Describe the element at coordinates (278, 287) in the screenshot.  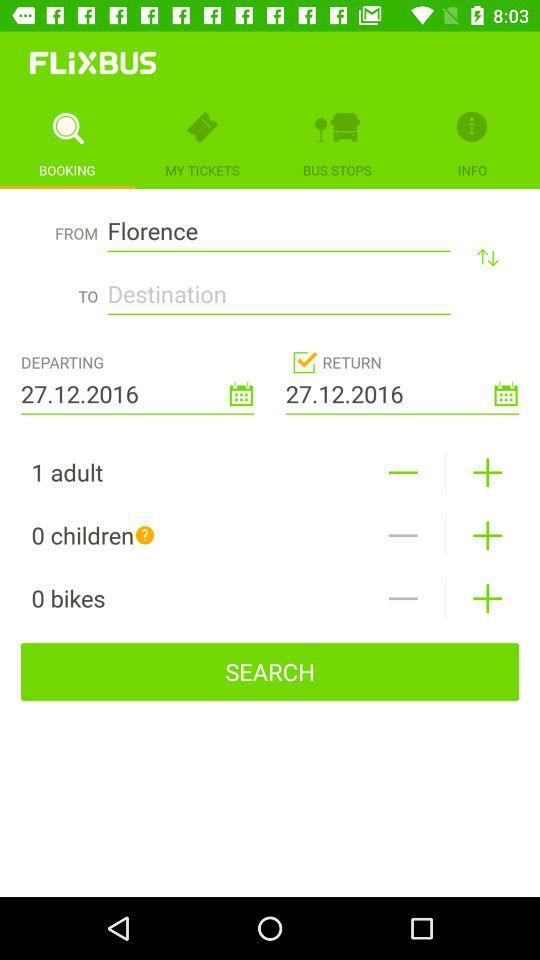
I see `input destination` at that location.